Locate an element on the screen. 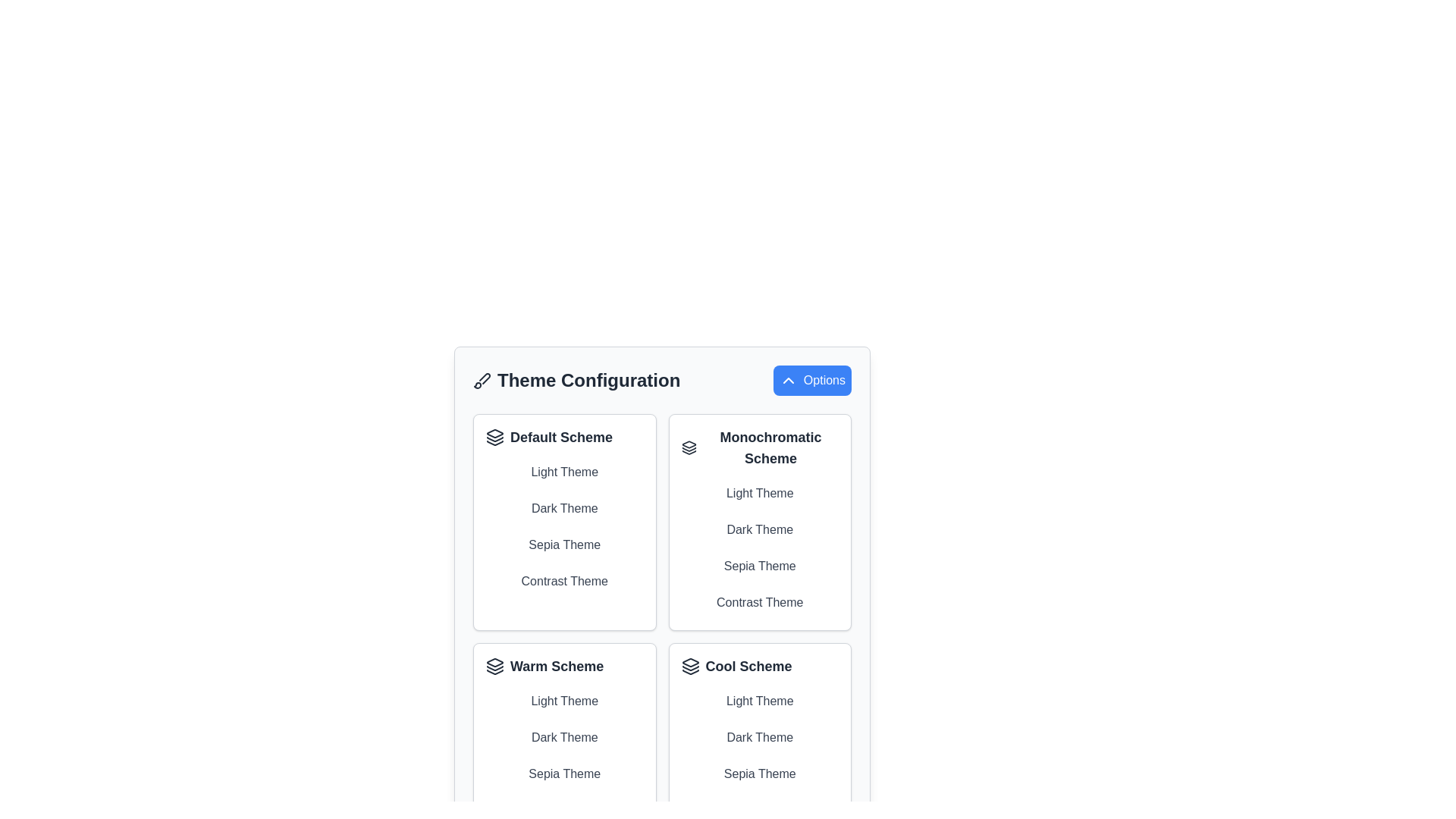 The height and width of the screenshot is (819, 1456). the 'Light Theme' text button, which is the first item in the vertical list of theme options under the 'Default Scheme' column is located at coordinates (563, 472).